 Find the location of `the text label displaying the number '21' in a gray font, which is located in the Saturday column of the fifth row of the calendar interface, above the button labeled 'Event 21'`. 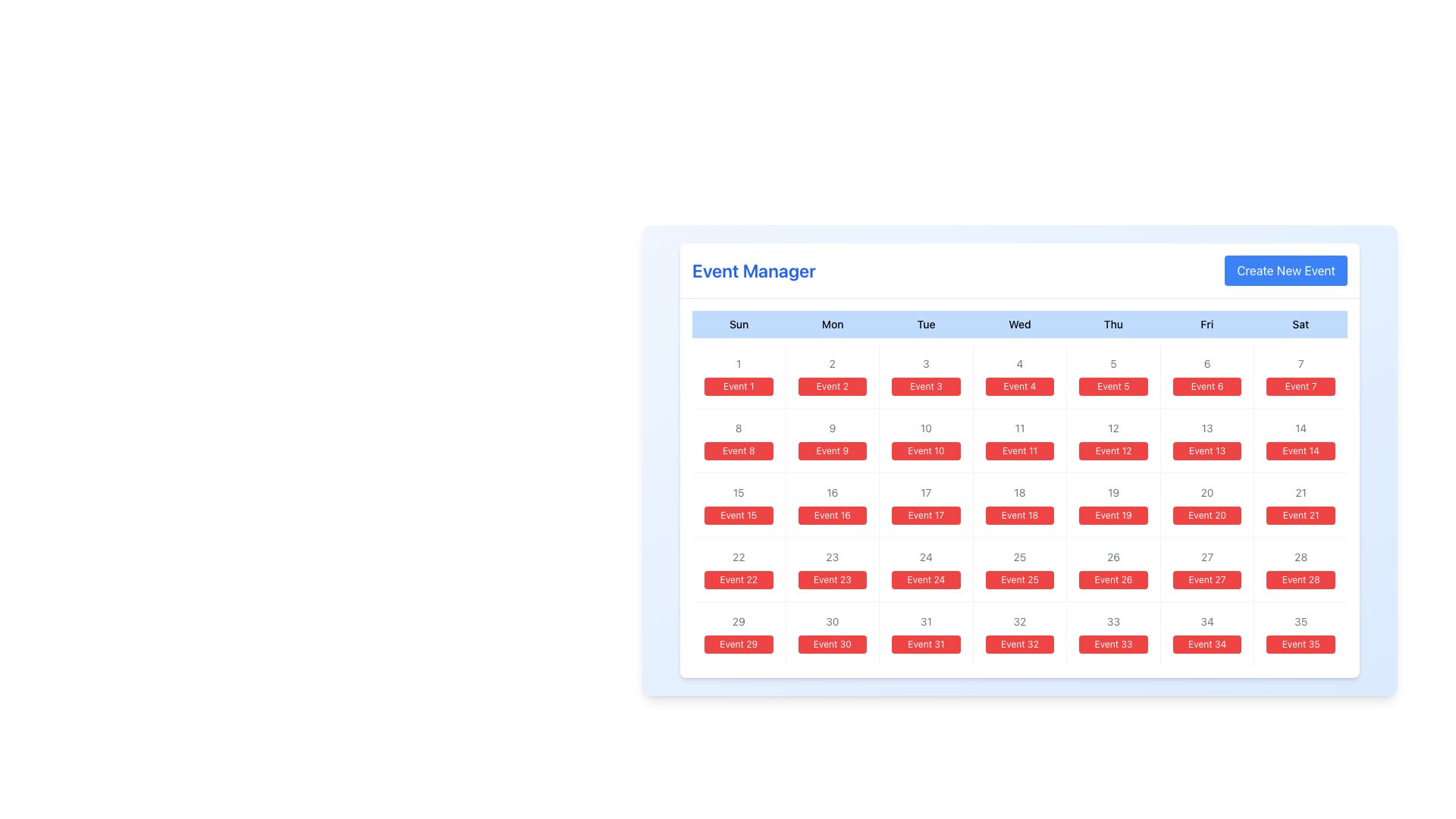

the text label displaying the number '21' in a gray font, which is located in the Saturday column of the fifth row of the calendar interface, above the button labeled 'Event 21' is located at coordinates (1300, 493).